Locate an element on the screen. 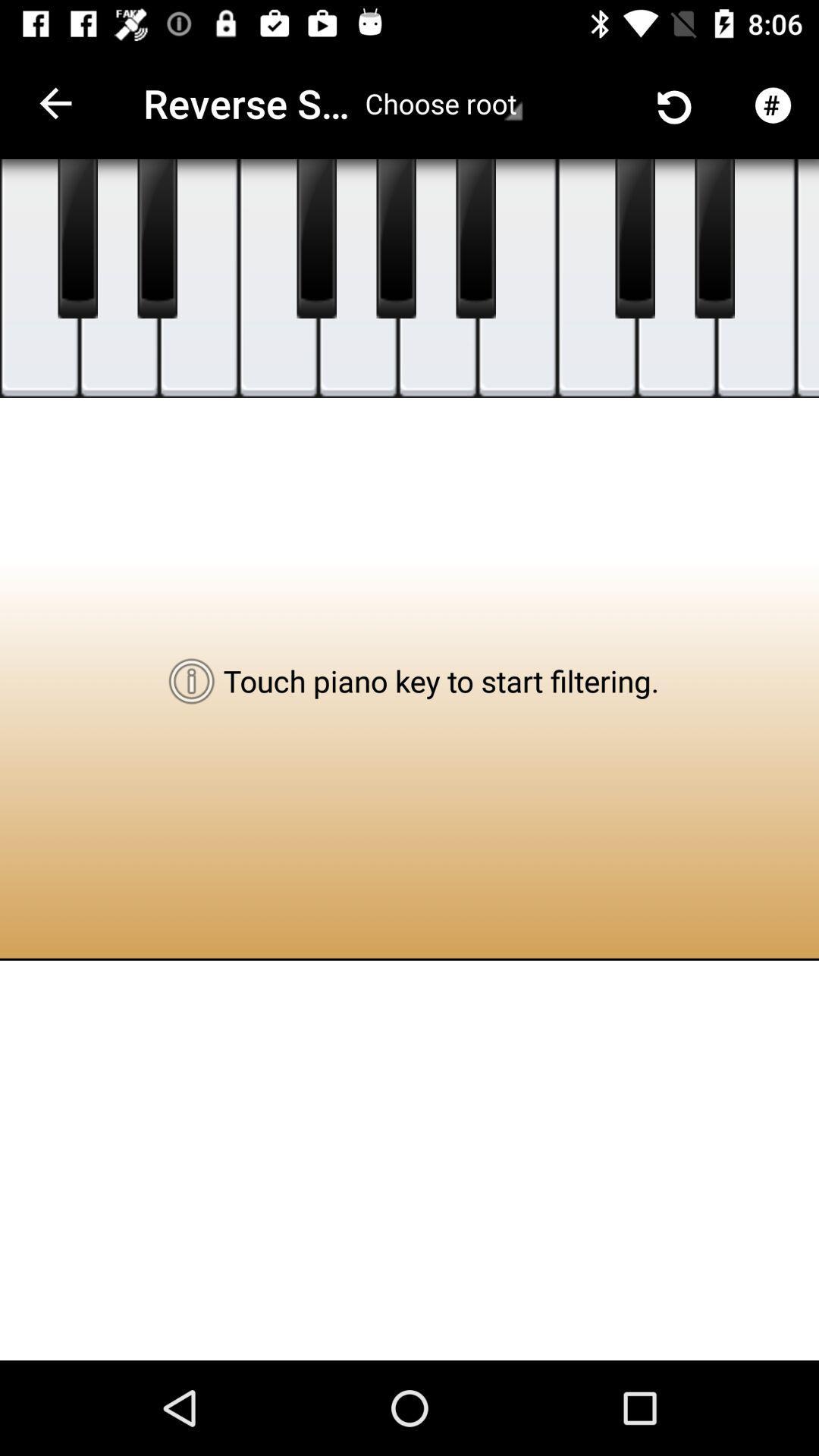  the black color tile which is below the word choose is located at coordinates (396, 238).